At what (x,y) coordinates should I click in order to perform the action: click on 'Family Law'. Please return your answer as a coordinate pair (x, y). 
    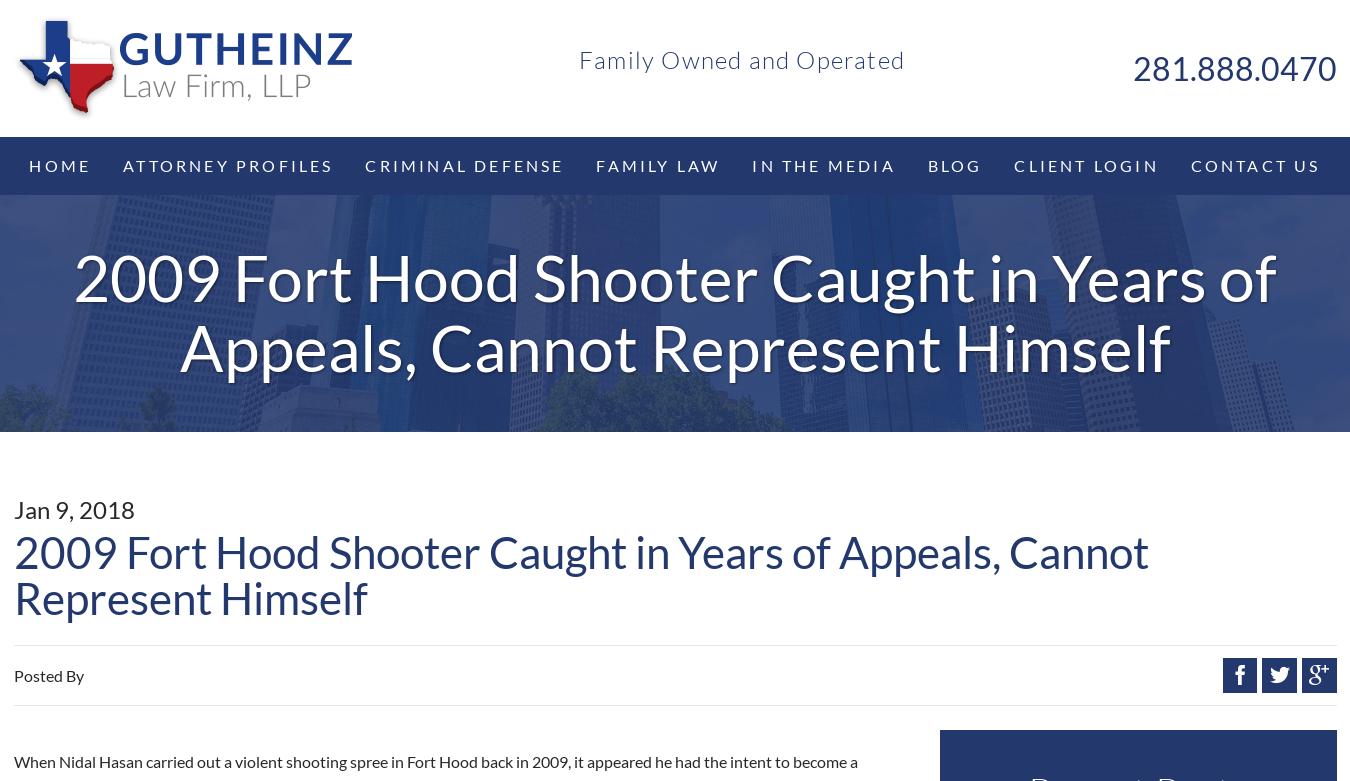
    Looking at the image, I should click on (657, 163).